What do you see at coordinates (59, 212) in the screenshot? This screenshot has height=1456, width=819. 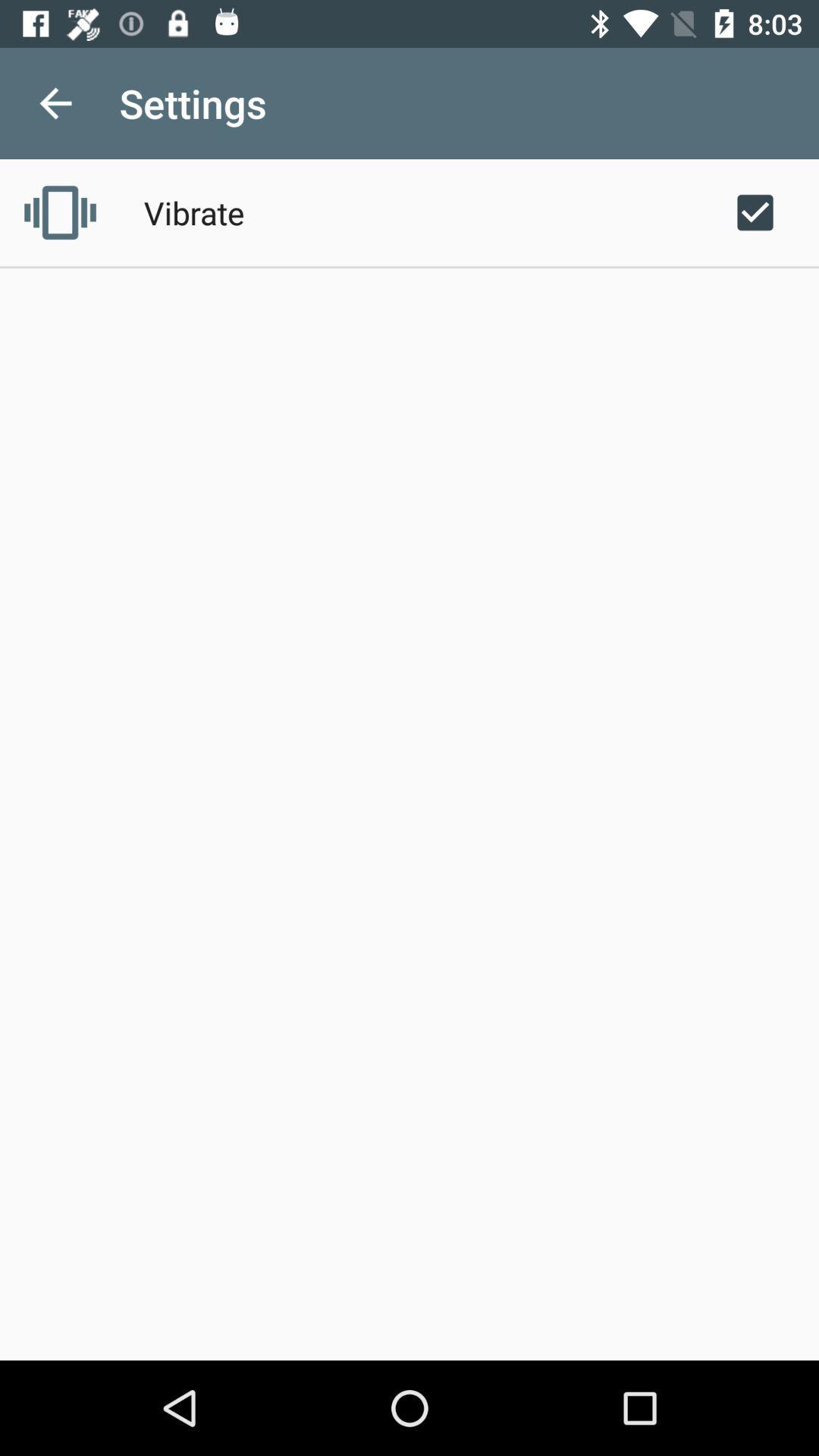 I see `icon next to the vibrate` at bounding box center [59, 212].